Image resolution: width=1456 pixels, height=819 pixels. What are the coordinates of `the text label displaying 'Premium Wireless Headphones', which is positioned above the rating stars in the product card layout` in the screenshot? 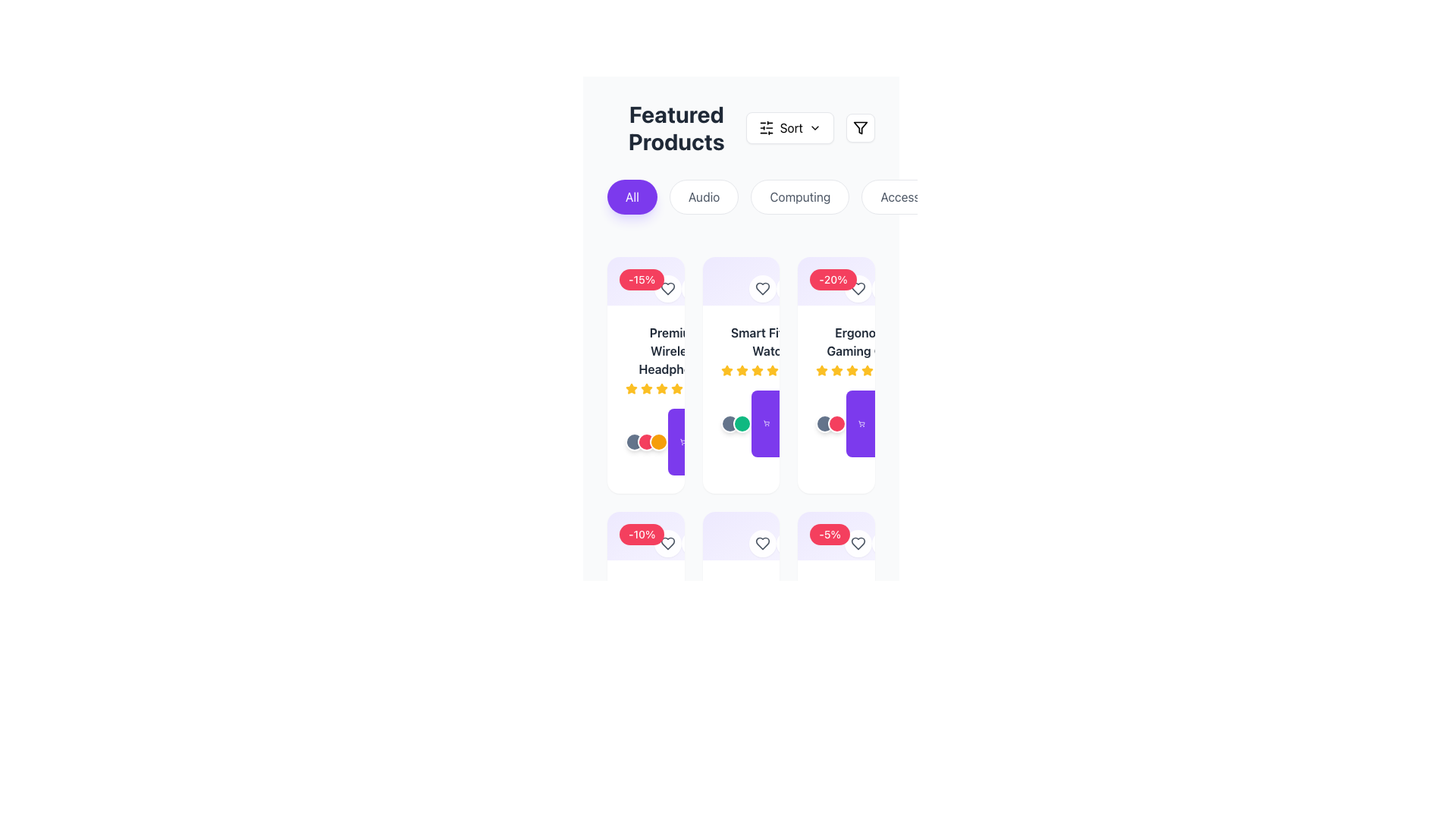 It's located at (674, 350).